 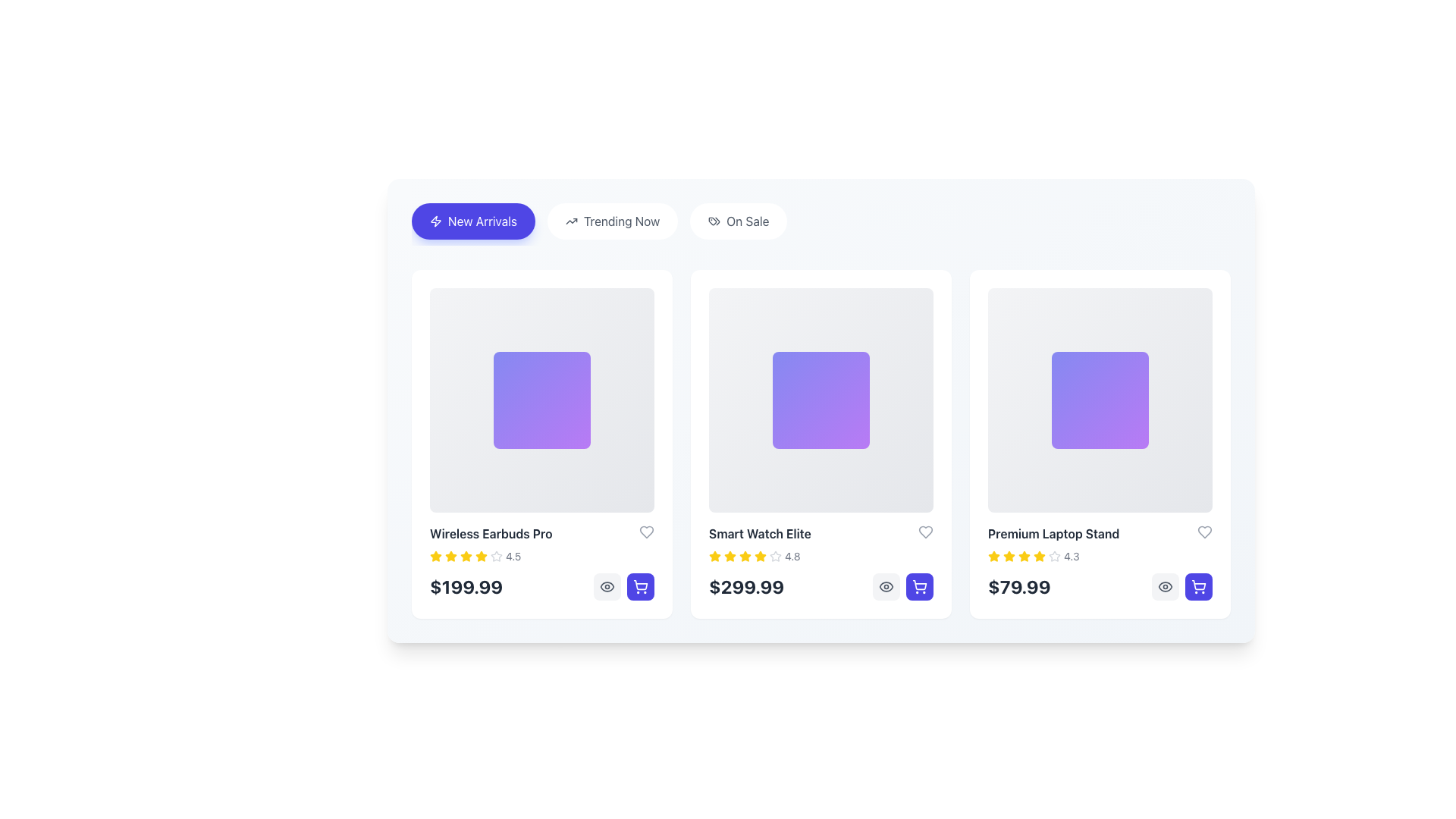 I want to click on the price display showing '$299.99', which is styled in bold and large font, located near the bottom-center of the product card for 'Smart Watch Elite', so click(x=746, y=586).